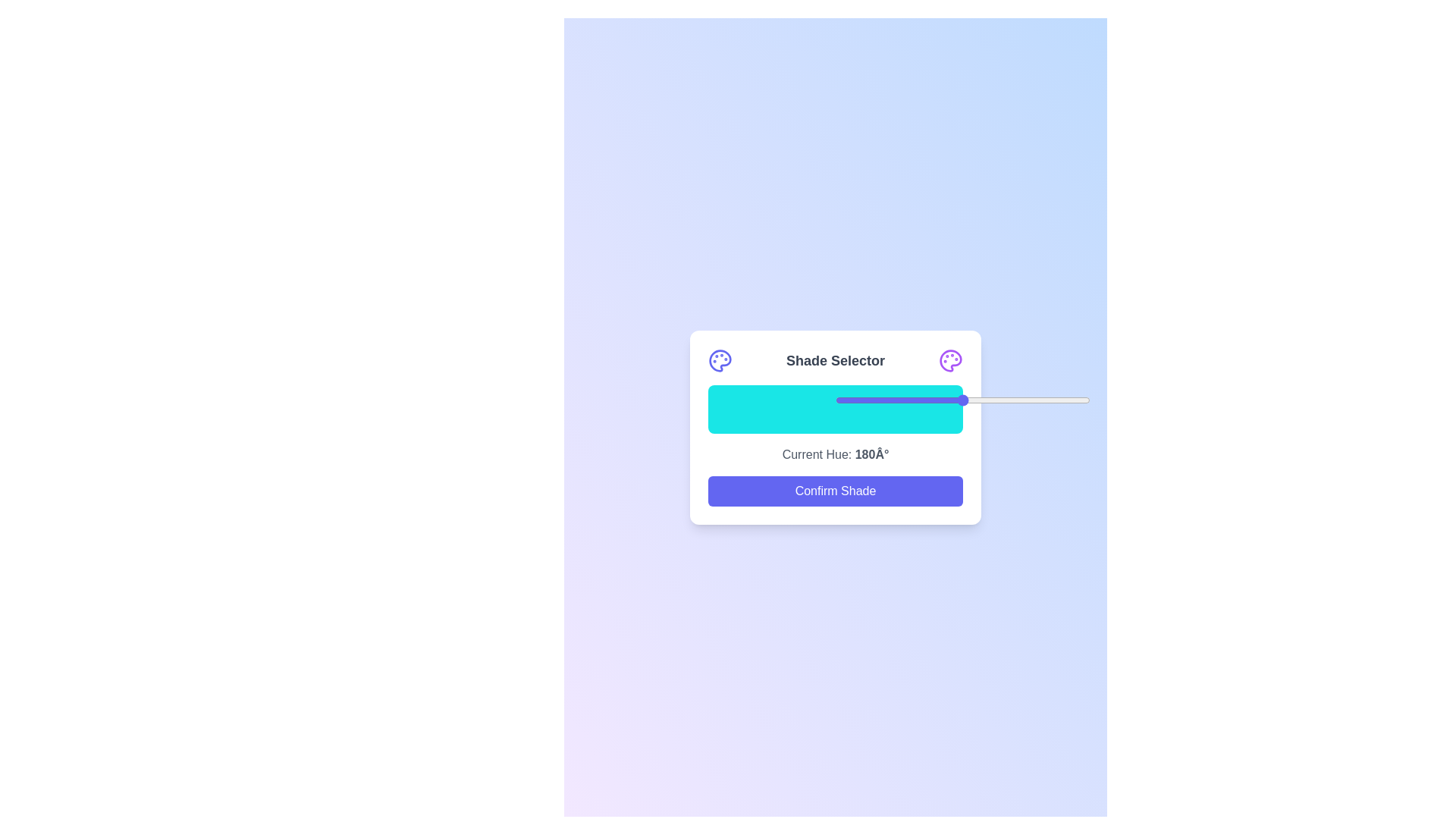 The width and height of the screenshot is (1456, 819). What do you see at coordinates (879, 400) in the screenshot?
I see `the slider to set the shade to 17%` at bounding box center [879, 400].